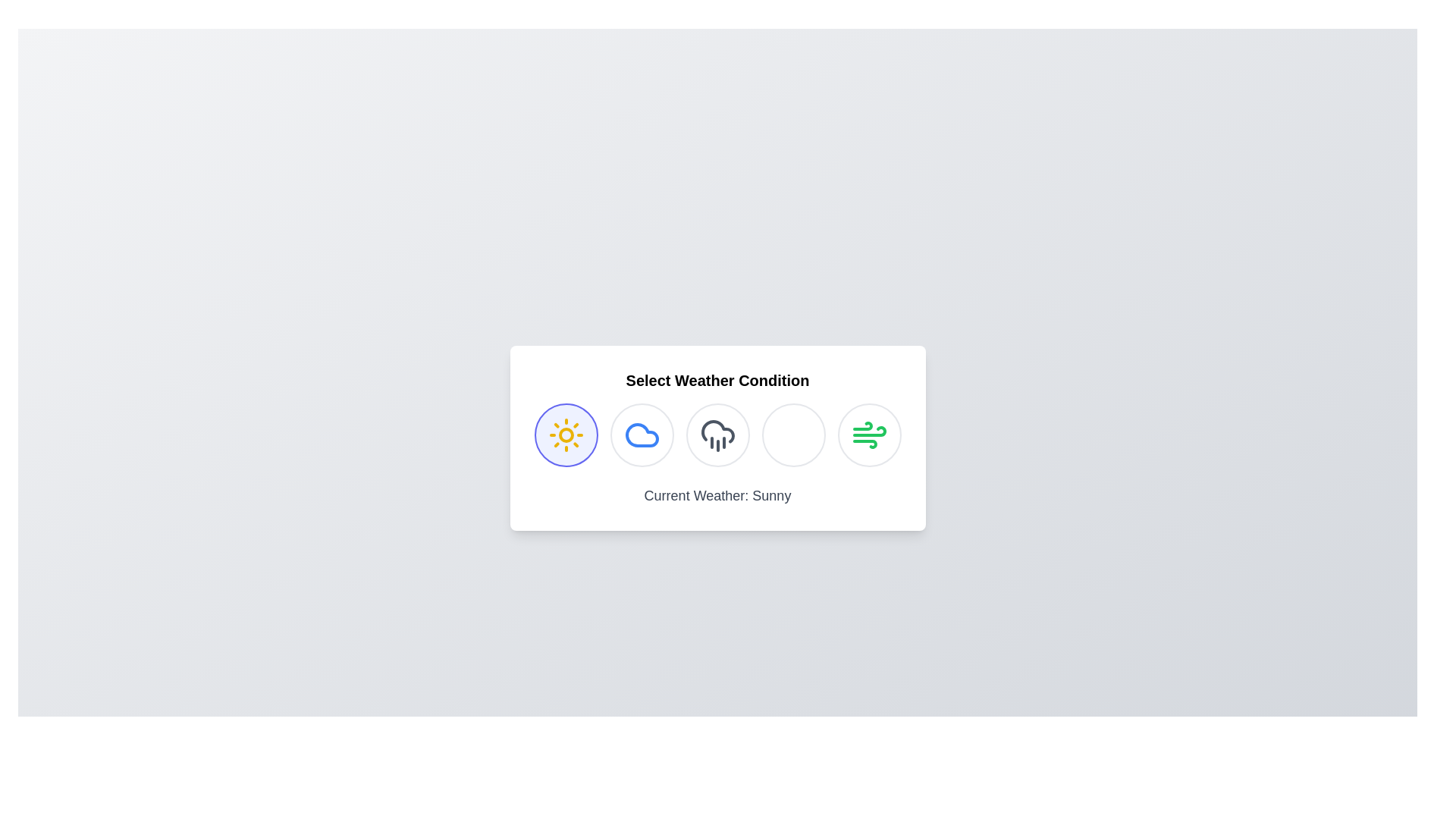 This screenshot has height=819, width=1456. Describe the element at coordinates (565, 435) in the screenshot. I see `the sun icon, which is the leftmost in a horizontal list of weather icons` at that location.